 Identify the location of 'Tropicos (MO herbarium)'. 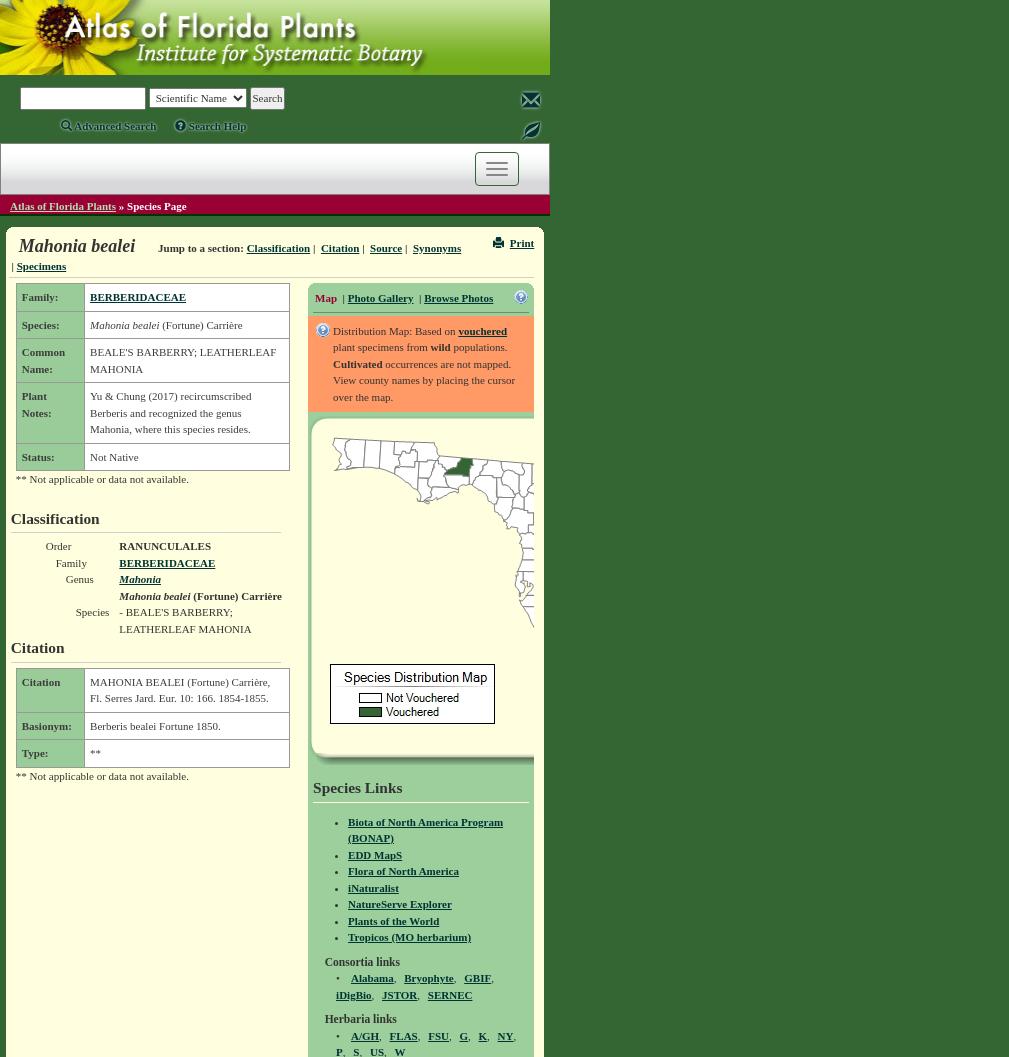
(408, 937).